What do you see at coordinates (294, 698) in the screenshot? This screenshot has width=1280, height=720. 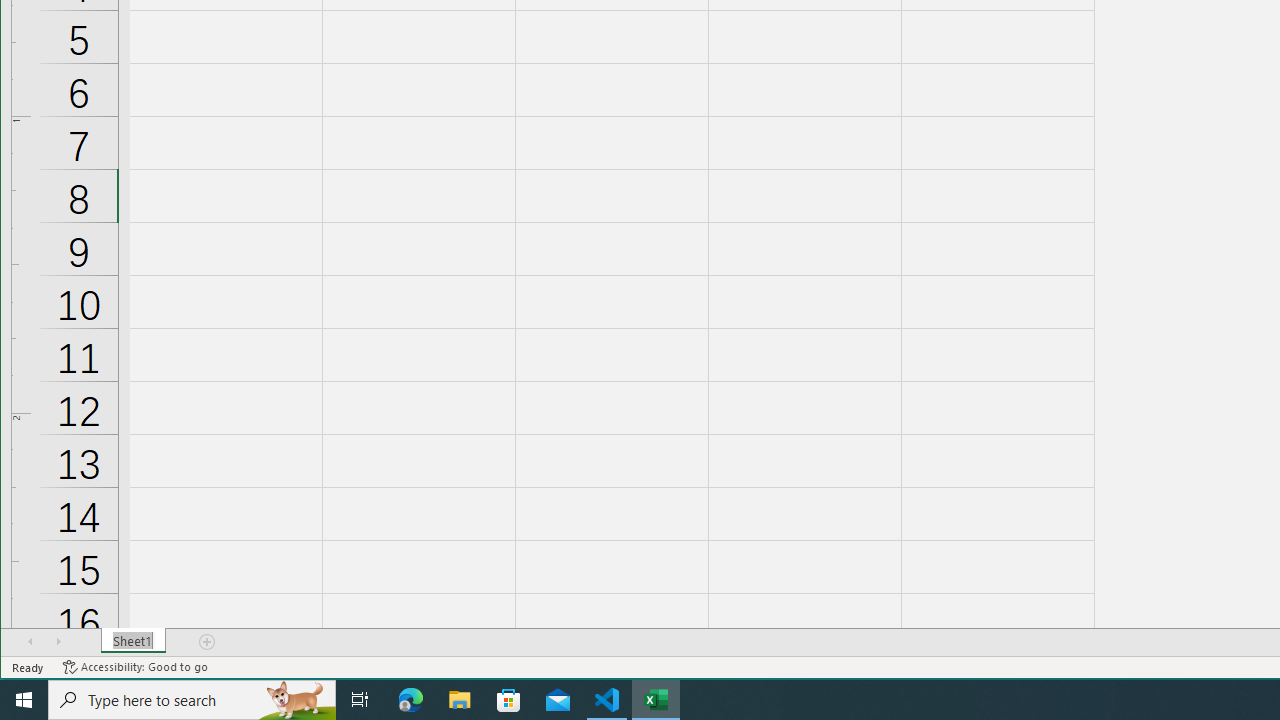 I see `'Search highlights icon opens search home window'` at bounding box center [294, 698].